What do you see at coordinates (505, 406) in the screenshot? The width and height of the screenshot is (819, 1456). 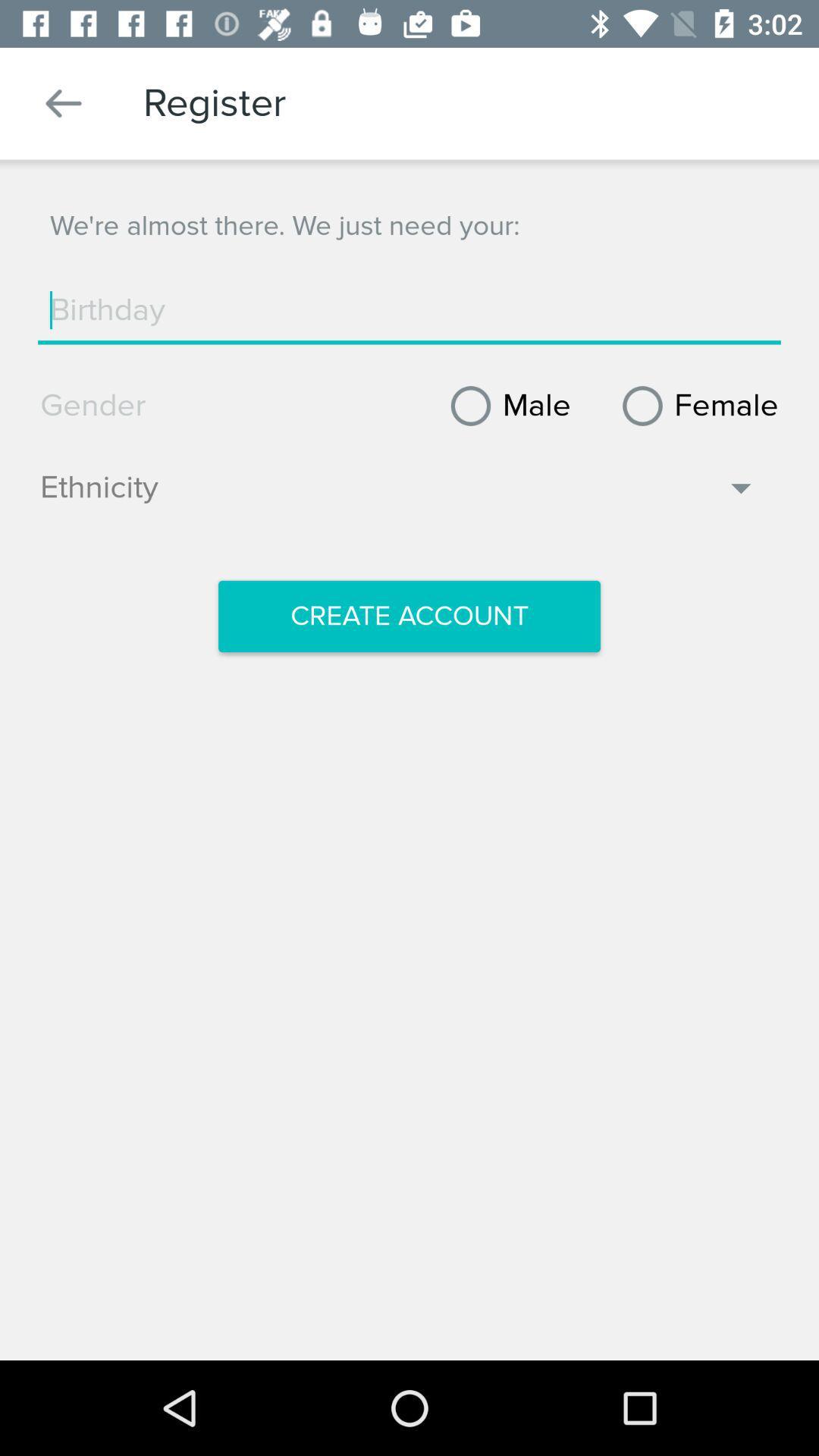 I see `the male icon` at bounding box center [505, 406].